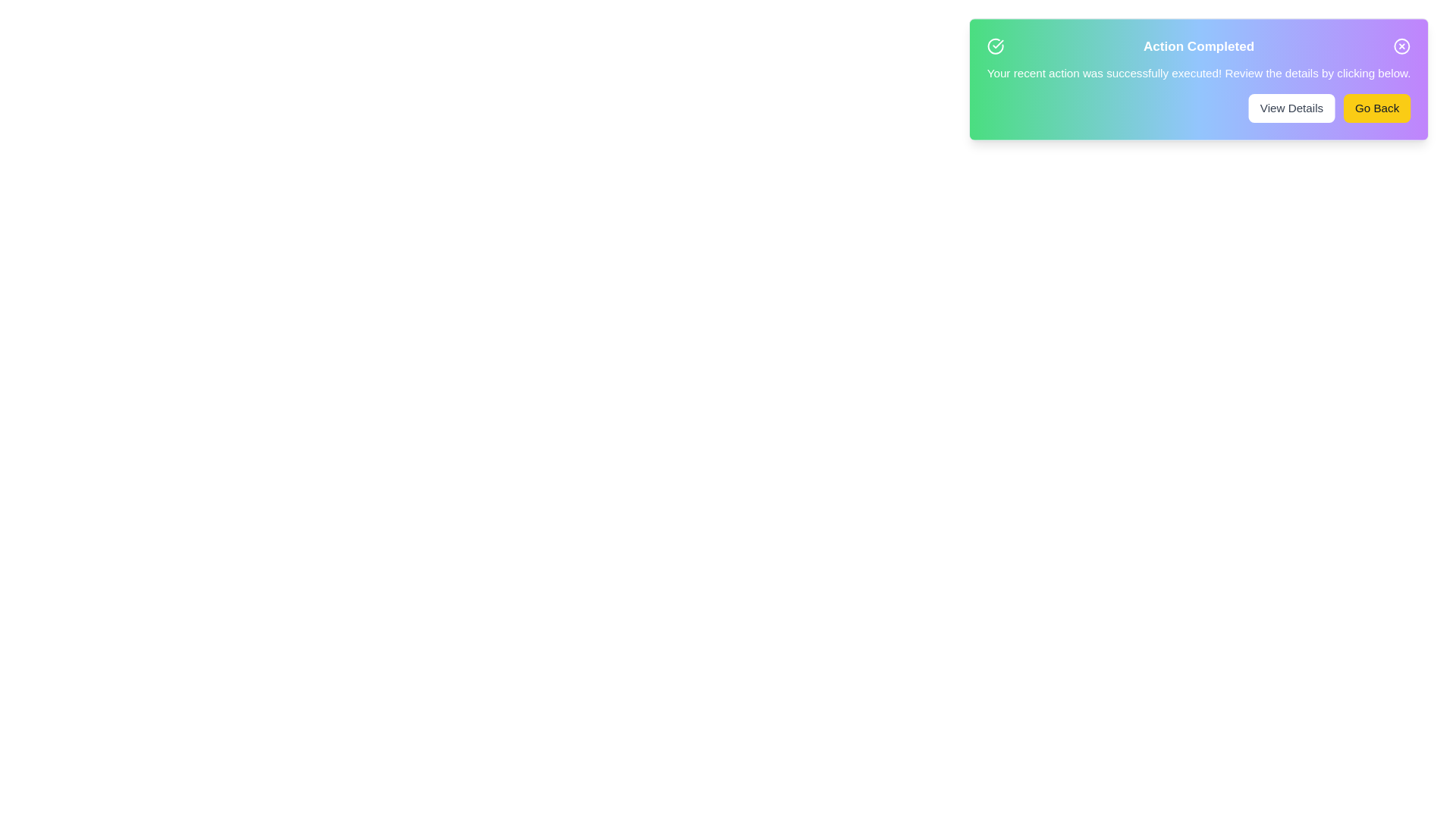  What do you see at coordinates (1291, 107) in the screenshot?
I see `the 'View Details' button to view the details` at bounding box center [1291, 107].